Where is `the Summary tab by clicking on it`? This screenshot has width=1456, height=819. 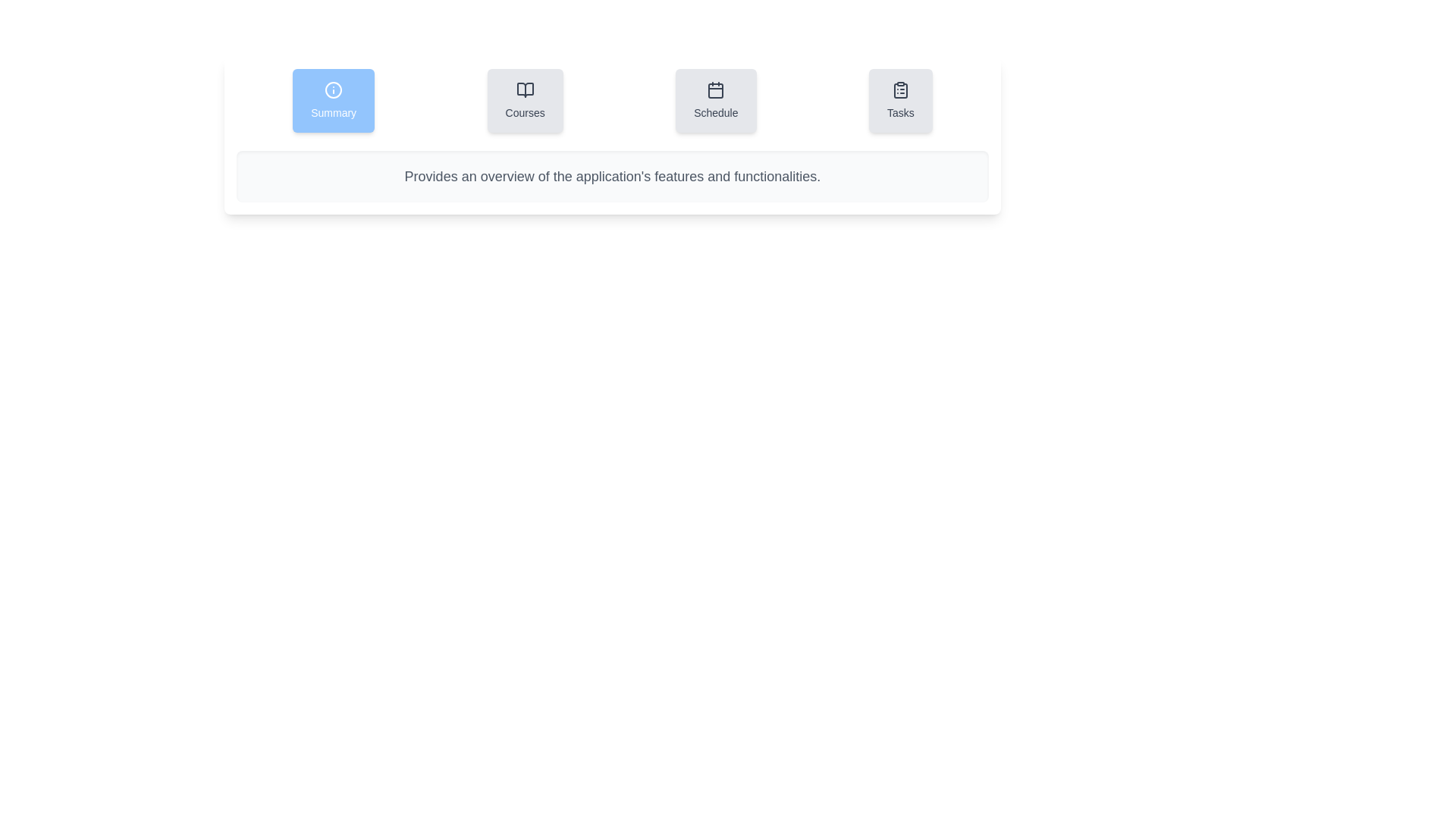 the Summary tab by clicking on it is located at coordinates (333, 100).